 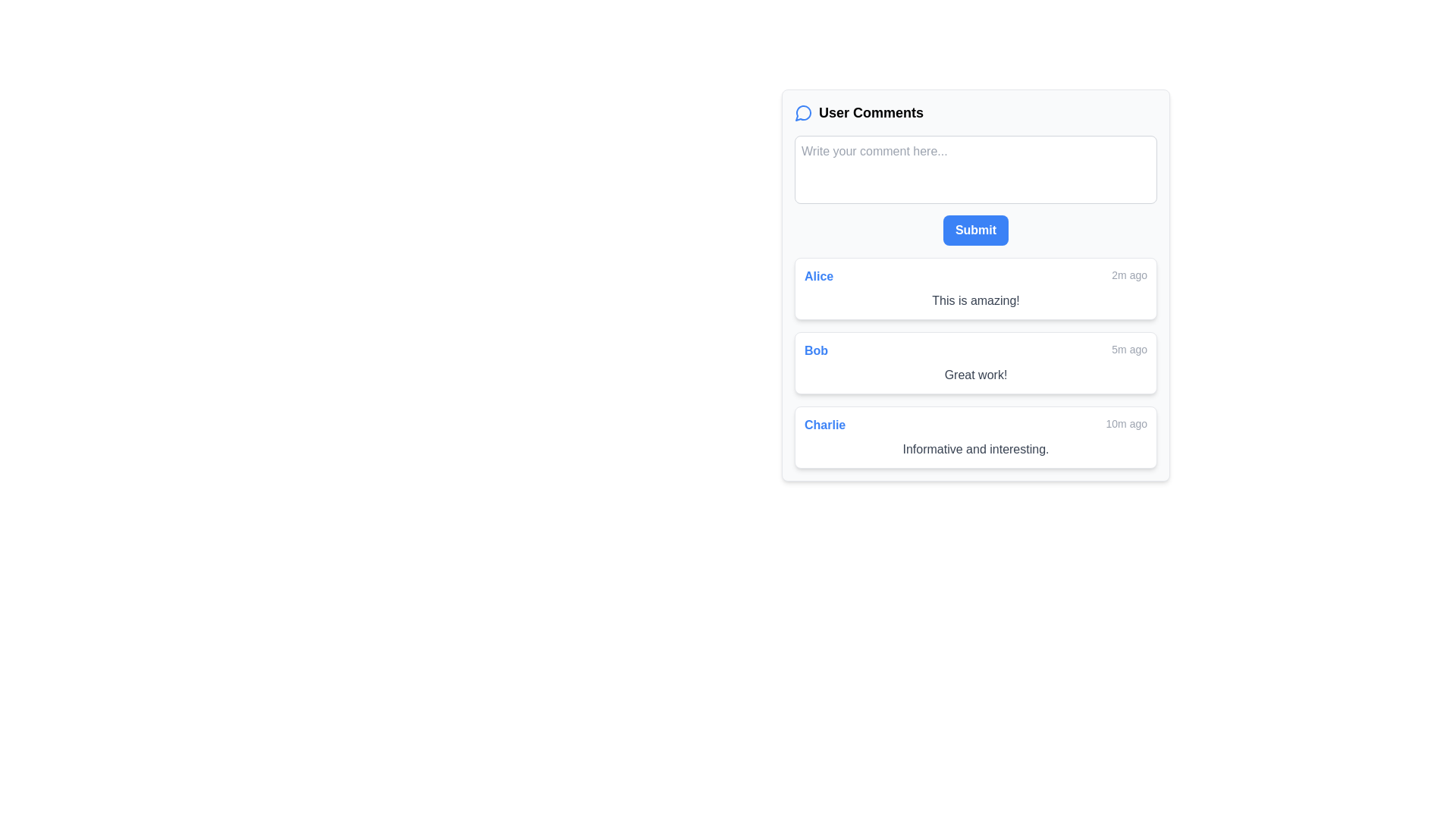 What do you see at coordinates (803, 112) in the screenshot?
I see `the circular chat bubble icon with a blue border located in the top-left corner of the comments section, which is positioned directly to the left of the title 'User Comments'` at bounding box center [803, 112].